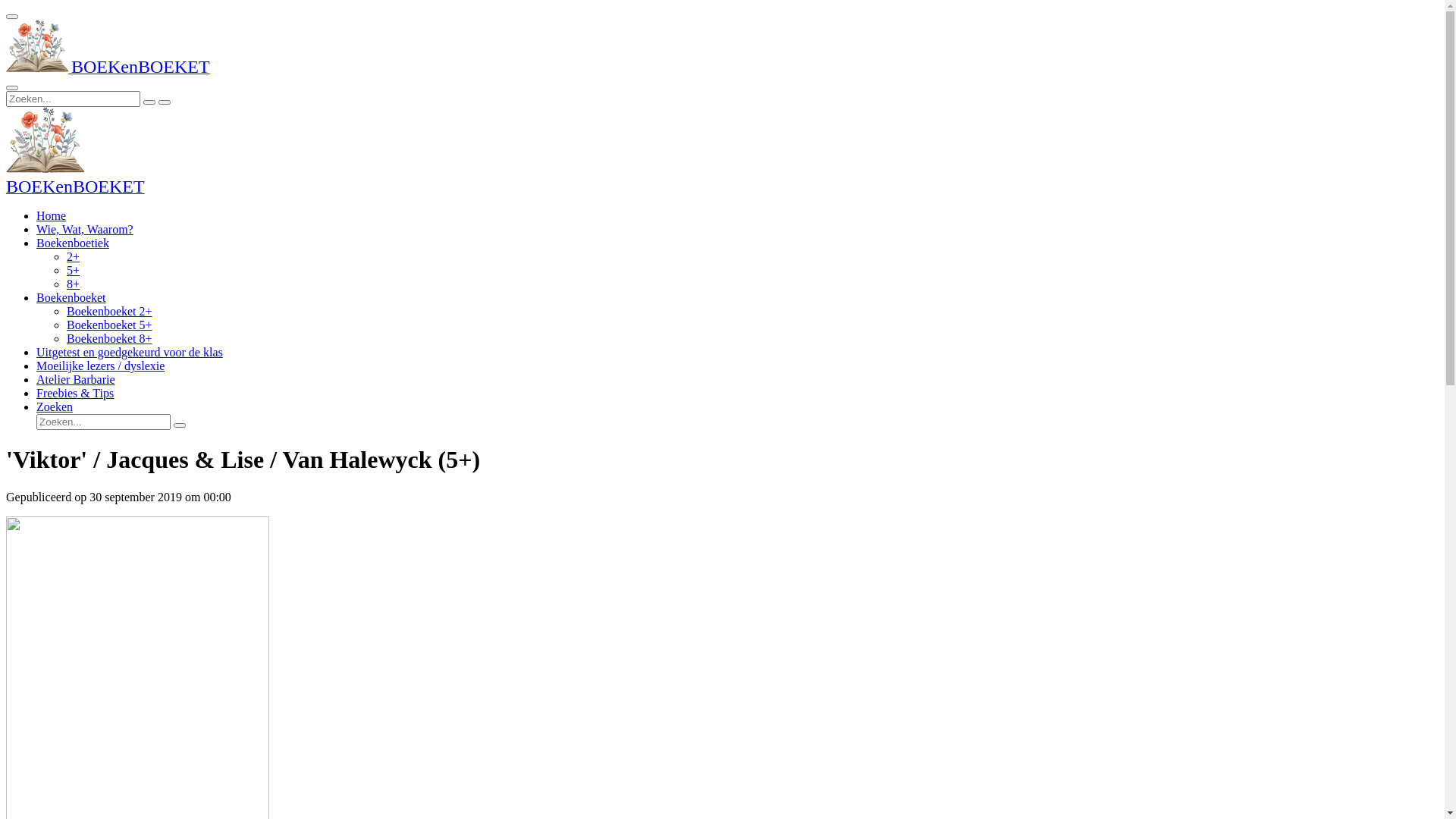 This screenshot has width=1456, height=819. I want to click on '5+', so click(72, 269).